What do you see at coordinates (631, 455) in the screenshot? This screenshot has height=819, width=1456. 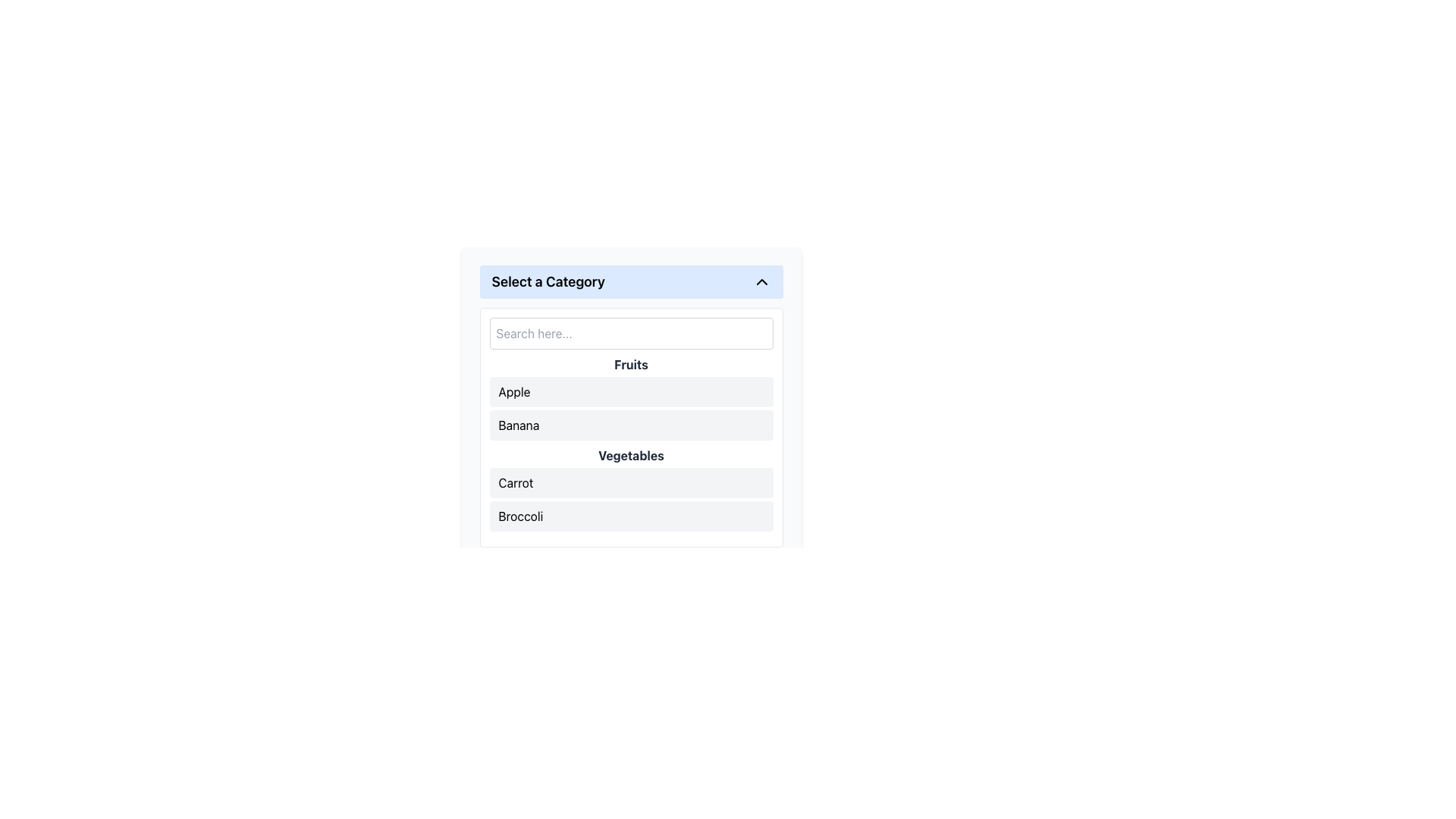 I see `the bold text label that indicates the category type in the vertical list under the 'Select a Category' header` at bounding box center [631, 455].